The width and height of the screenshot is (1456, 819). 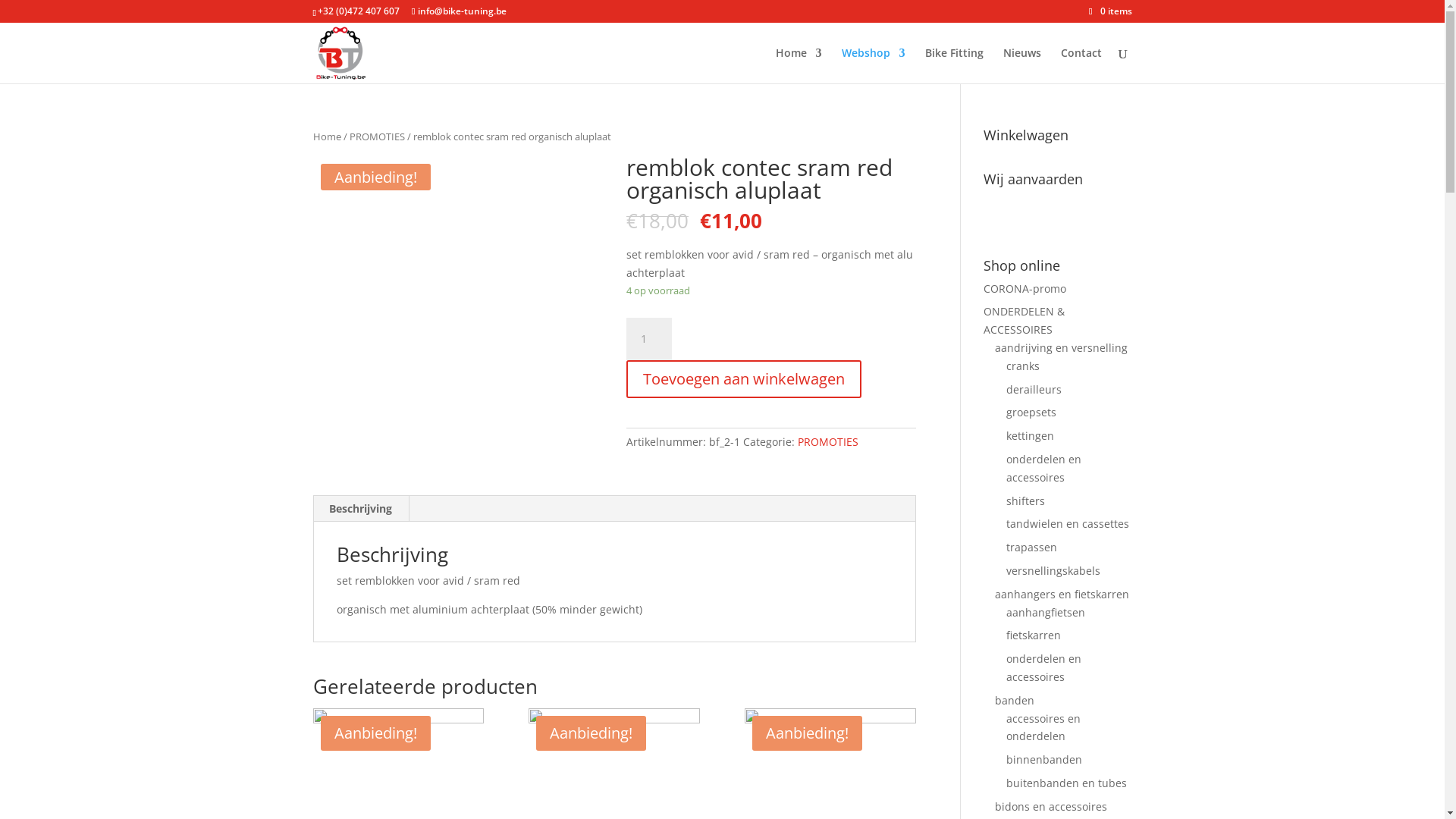 I want to click on 'aanhangers en fietskarren', so click(x=1061, y=593).